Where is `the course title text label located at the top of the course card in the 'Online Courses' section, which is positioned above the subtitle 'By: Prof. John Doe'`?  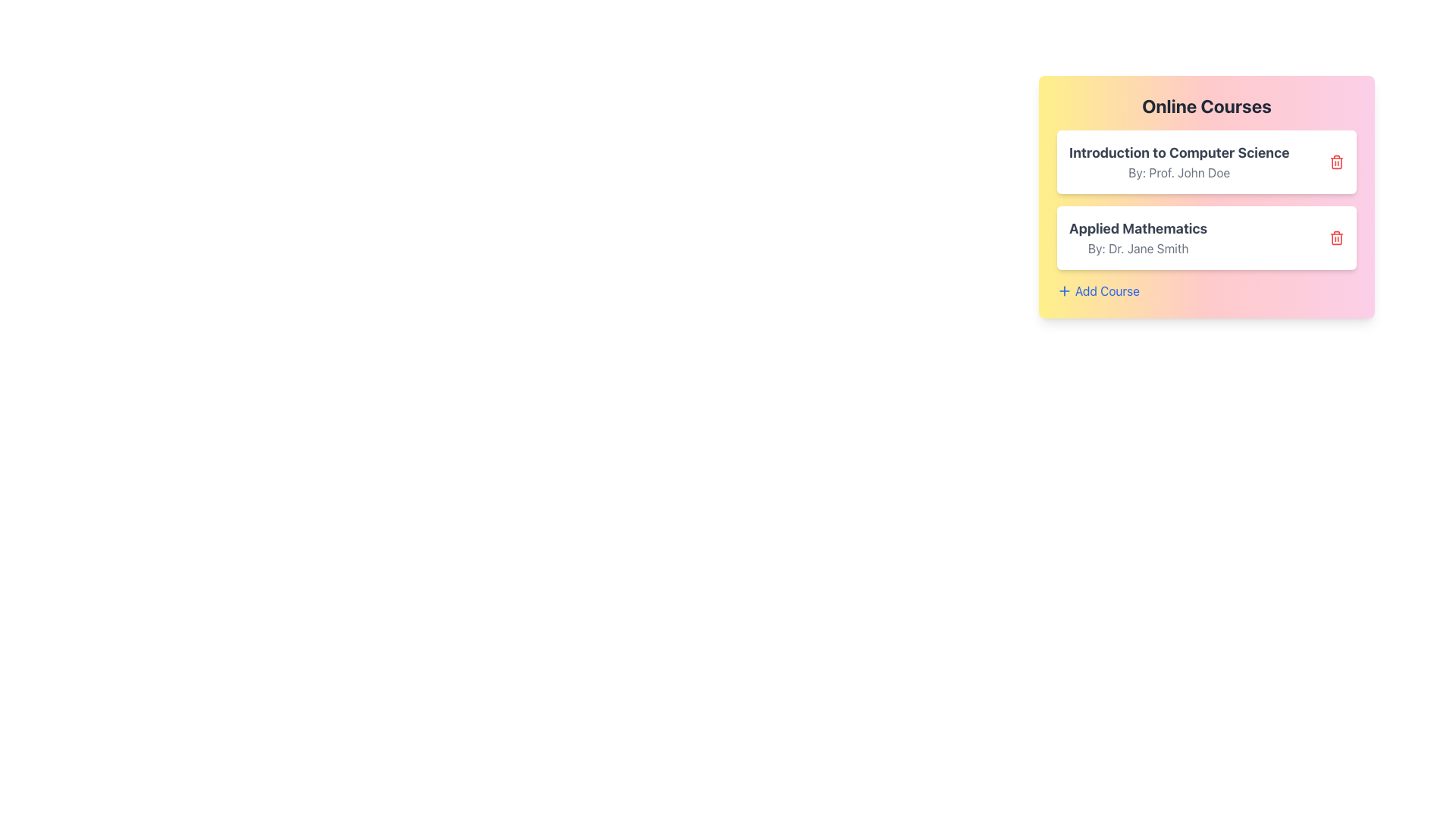
the course title text label located at the top of the course card in the 'Online Courses' section, which is positioned above the subtitle 'By: Prof. John Doe' is located at coordinates (1178, 152).